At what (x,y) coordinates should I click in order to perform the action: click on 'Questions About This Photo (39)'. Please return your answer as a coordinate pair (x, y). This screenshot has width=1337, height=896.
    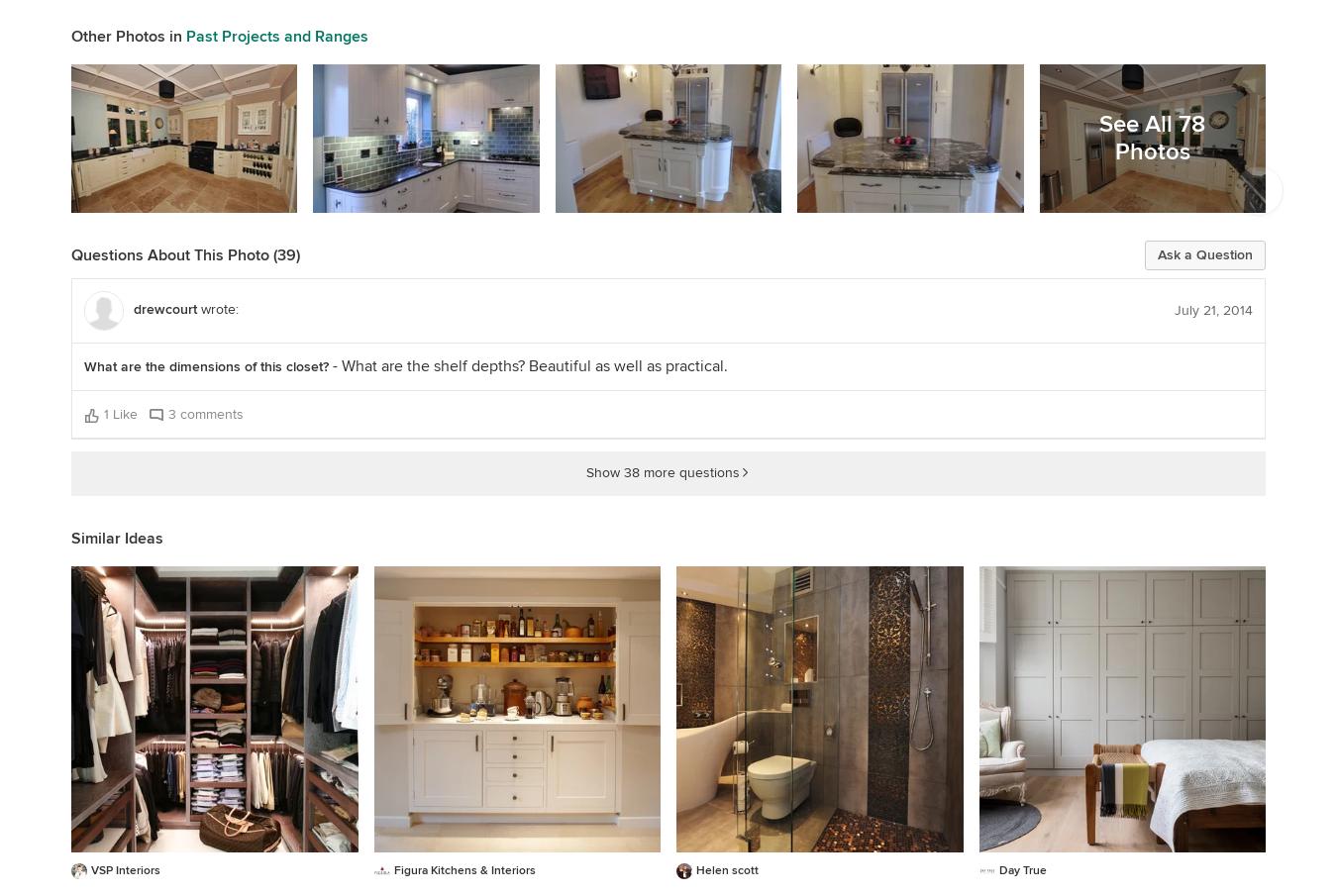
    Looking at the image, I should click on (185, 254).